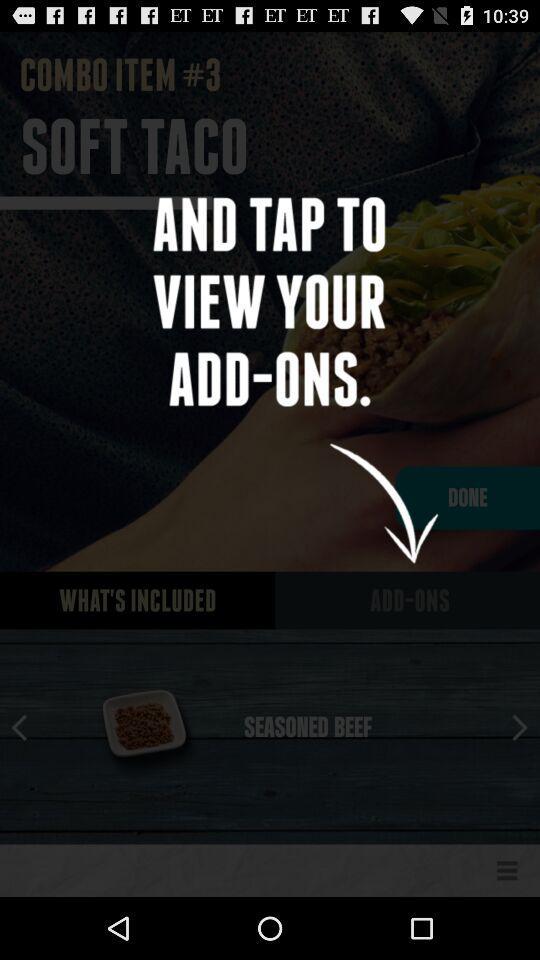 The height and width of the screenshot is (960, 540). Describe the element at coordinates (18, 777) in the screenshot. I see `the arrow_backward icon` at that location.